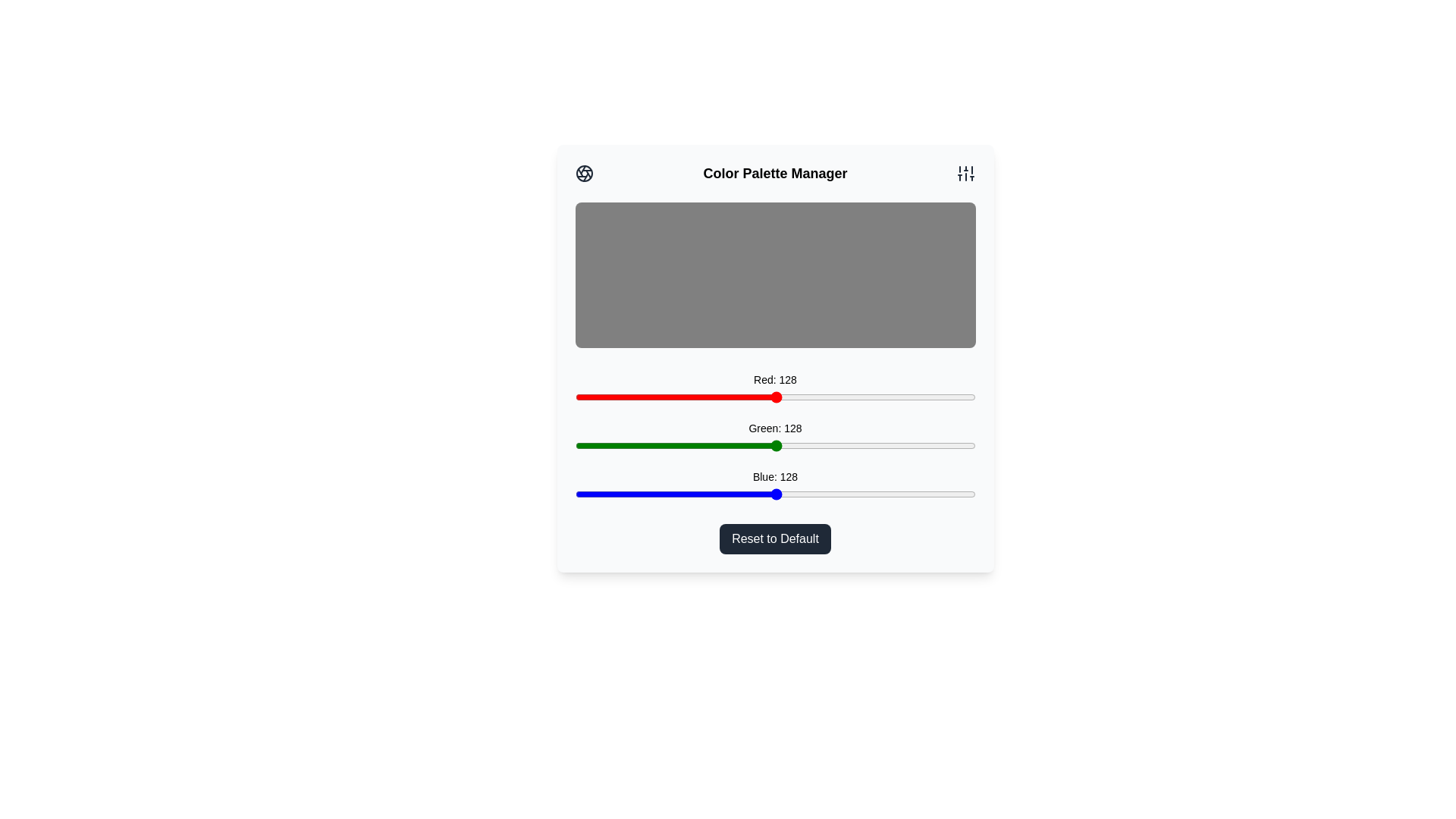 Image resolution: width=1456 pixels, height=819 pixels. Describe the element at coordinates (742, 397) in the screenshot. I see `the red color slider to 106` at that location.